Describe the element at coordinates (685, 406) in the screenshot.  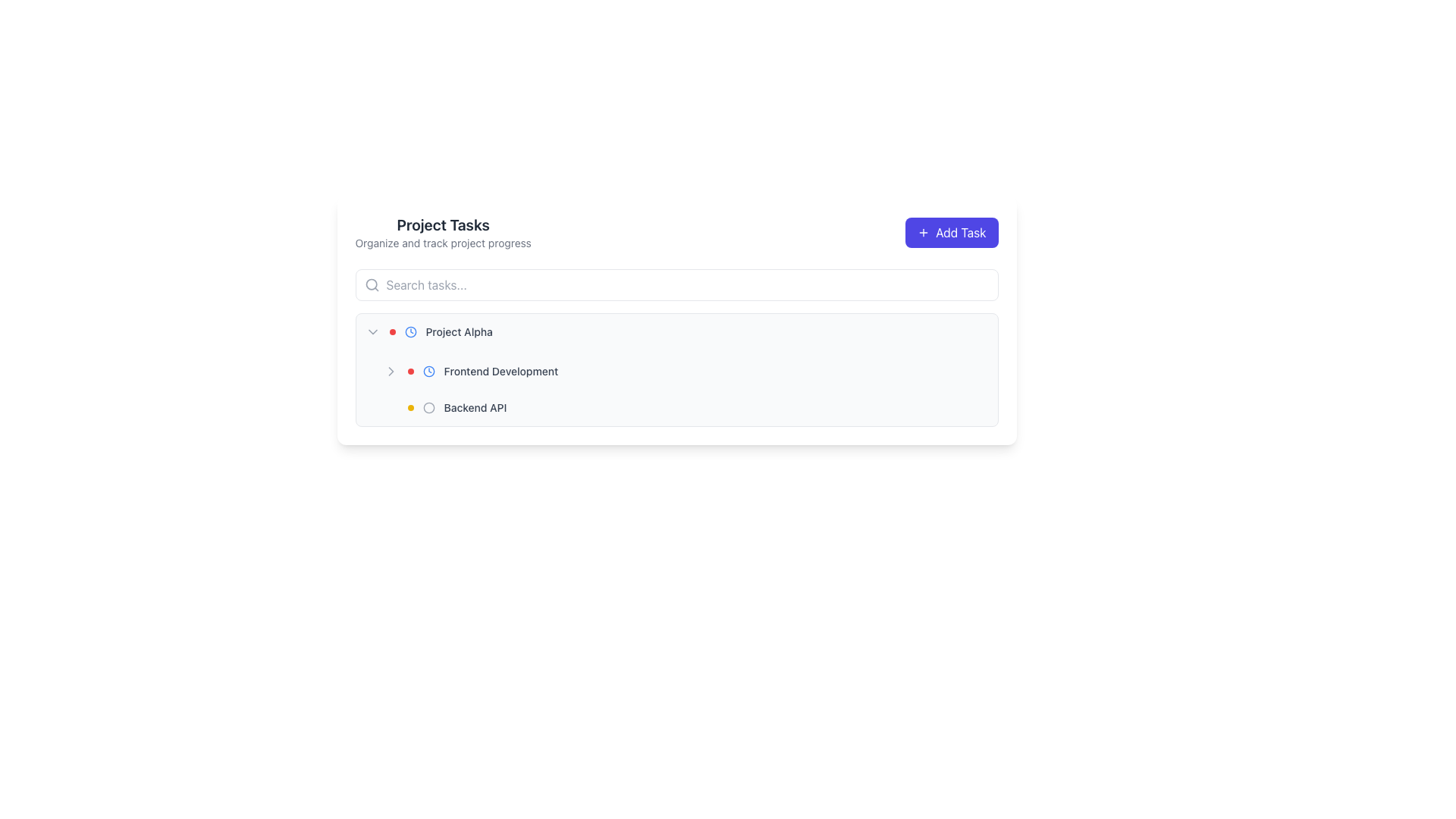
I see `the task item for 'Backend API' associated with Charlie, located` at that location.